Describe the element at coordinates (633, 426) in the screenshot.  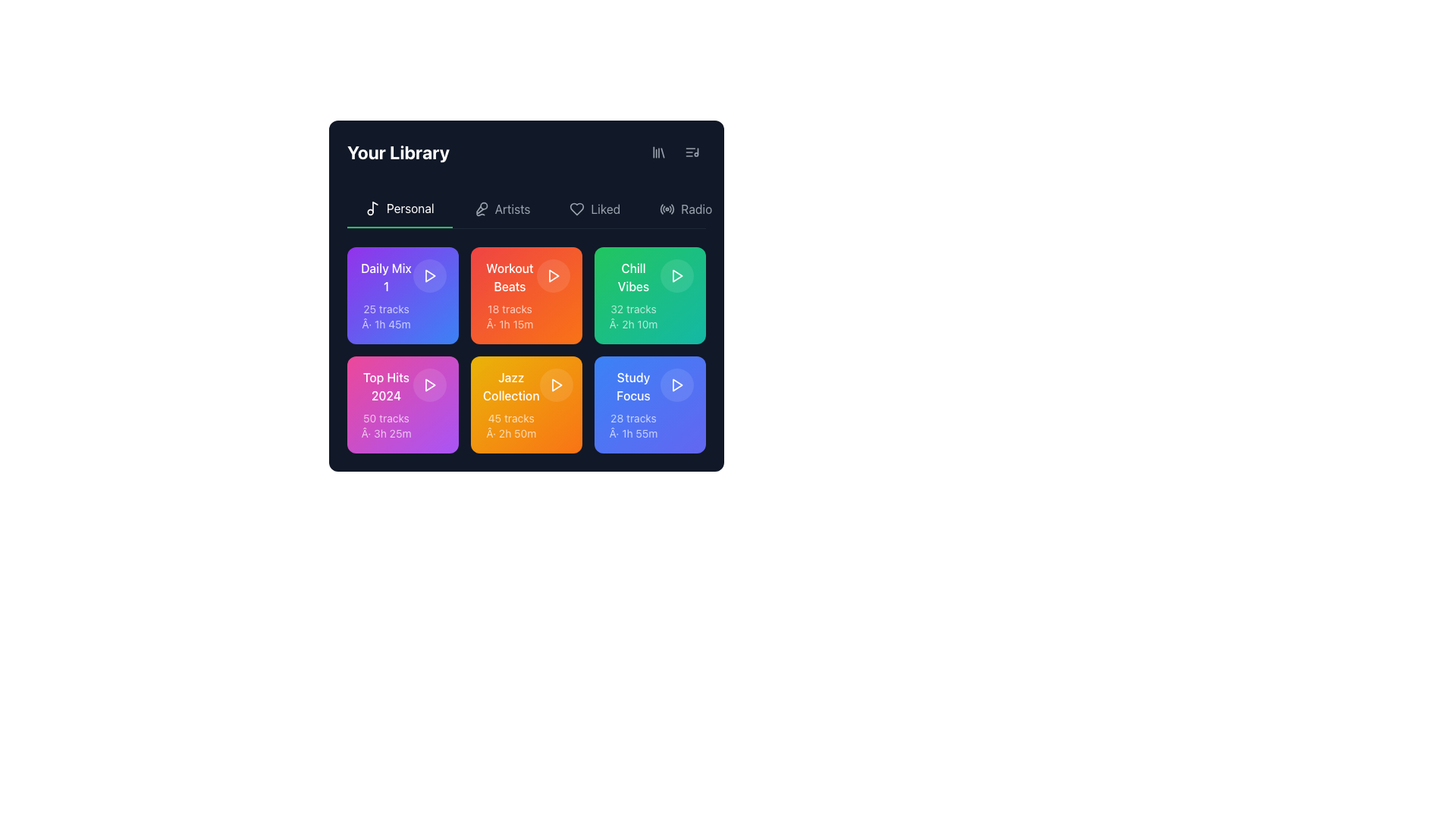
I see `the information displayed in the 'Study Focus' playlist Text Display, which shows the total number of tracks (28) and their combined duration (1 hour and 55 minutes). This element is located at the bottom of the 'Study Focus' card, directly beneath the title label` at that location.